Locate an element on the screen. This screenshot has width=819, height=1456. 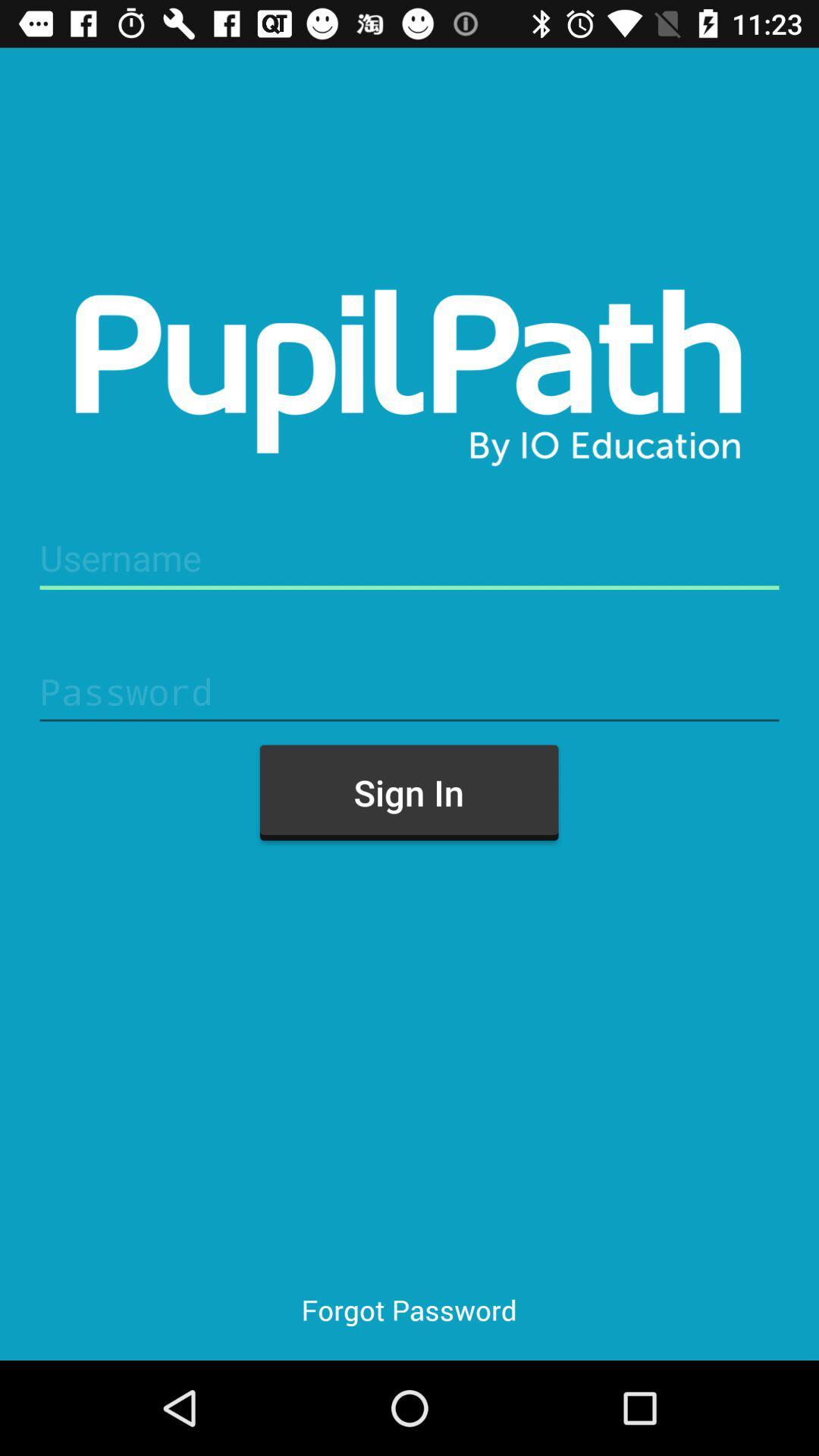
sign in is located at coordinates (408, 792).